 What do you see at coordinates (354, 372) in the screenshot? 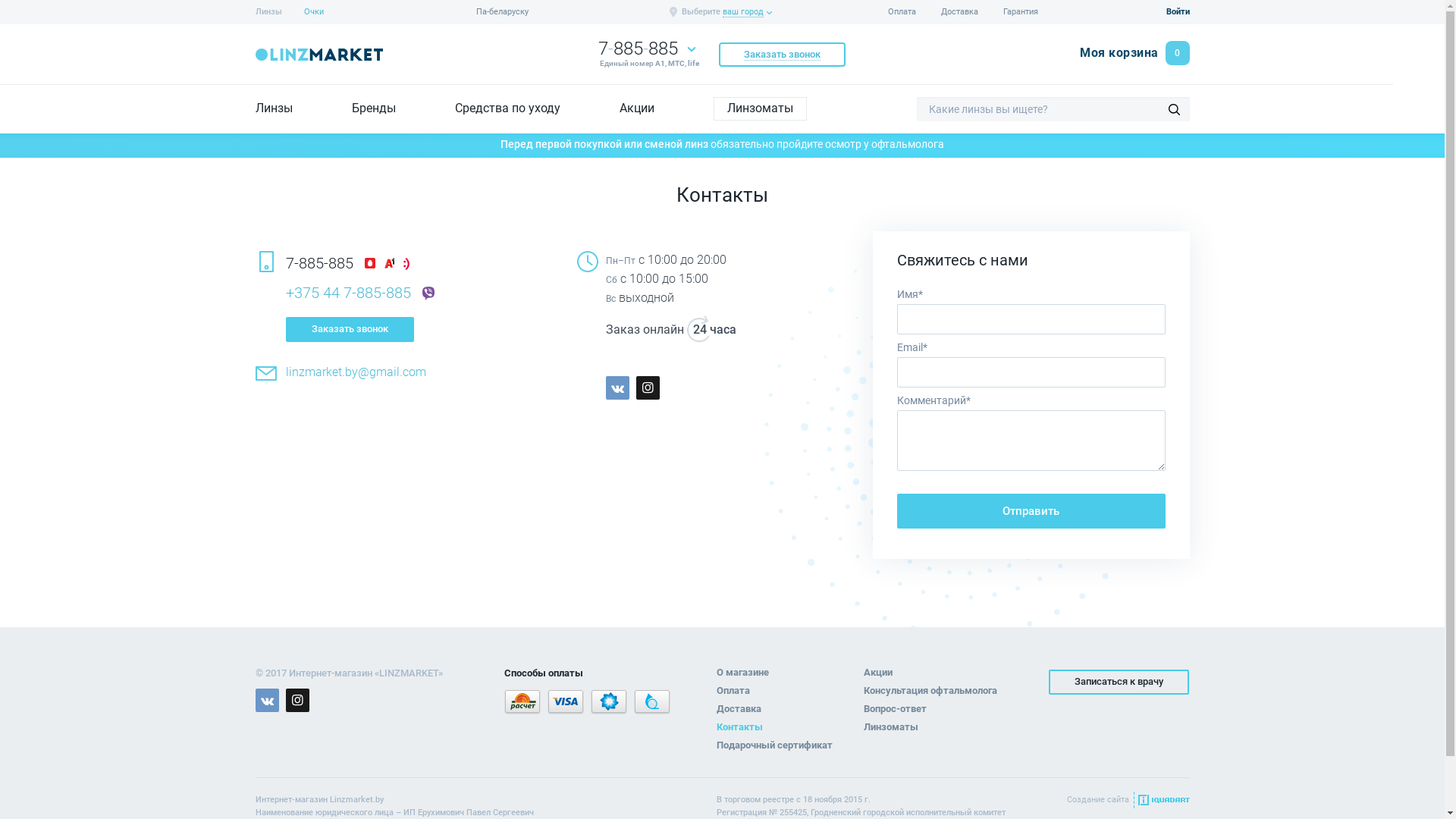
I see `'linzmarket.by@gmail.com'` at bounding box center [354, 372].